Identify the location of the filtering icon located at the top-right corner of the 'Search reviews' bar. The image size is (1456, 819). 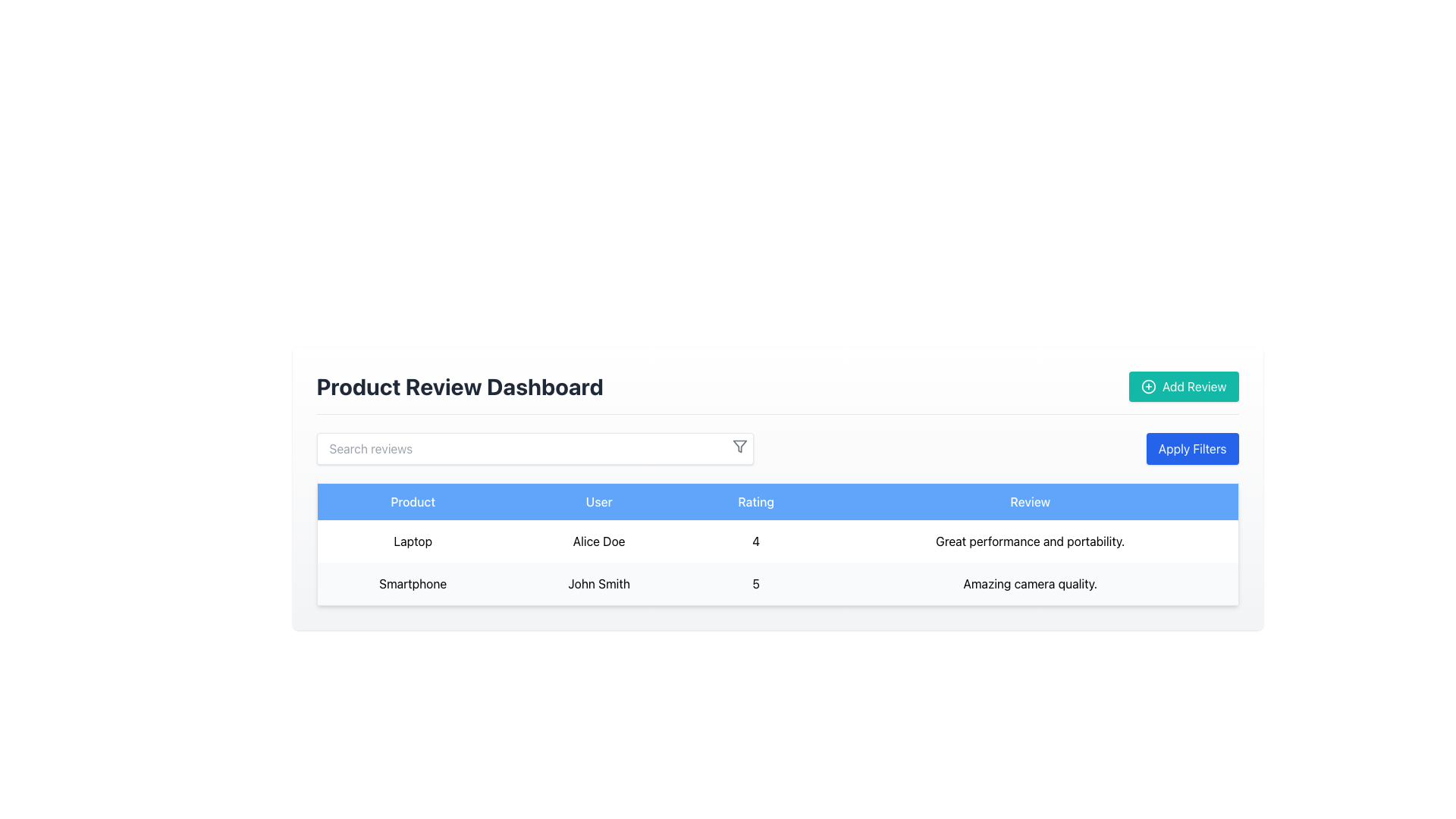
(739, 446).